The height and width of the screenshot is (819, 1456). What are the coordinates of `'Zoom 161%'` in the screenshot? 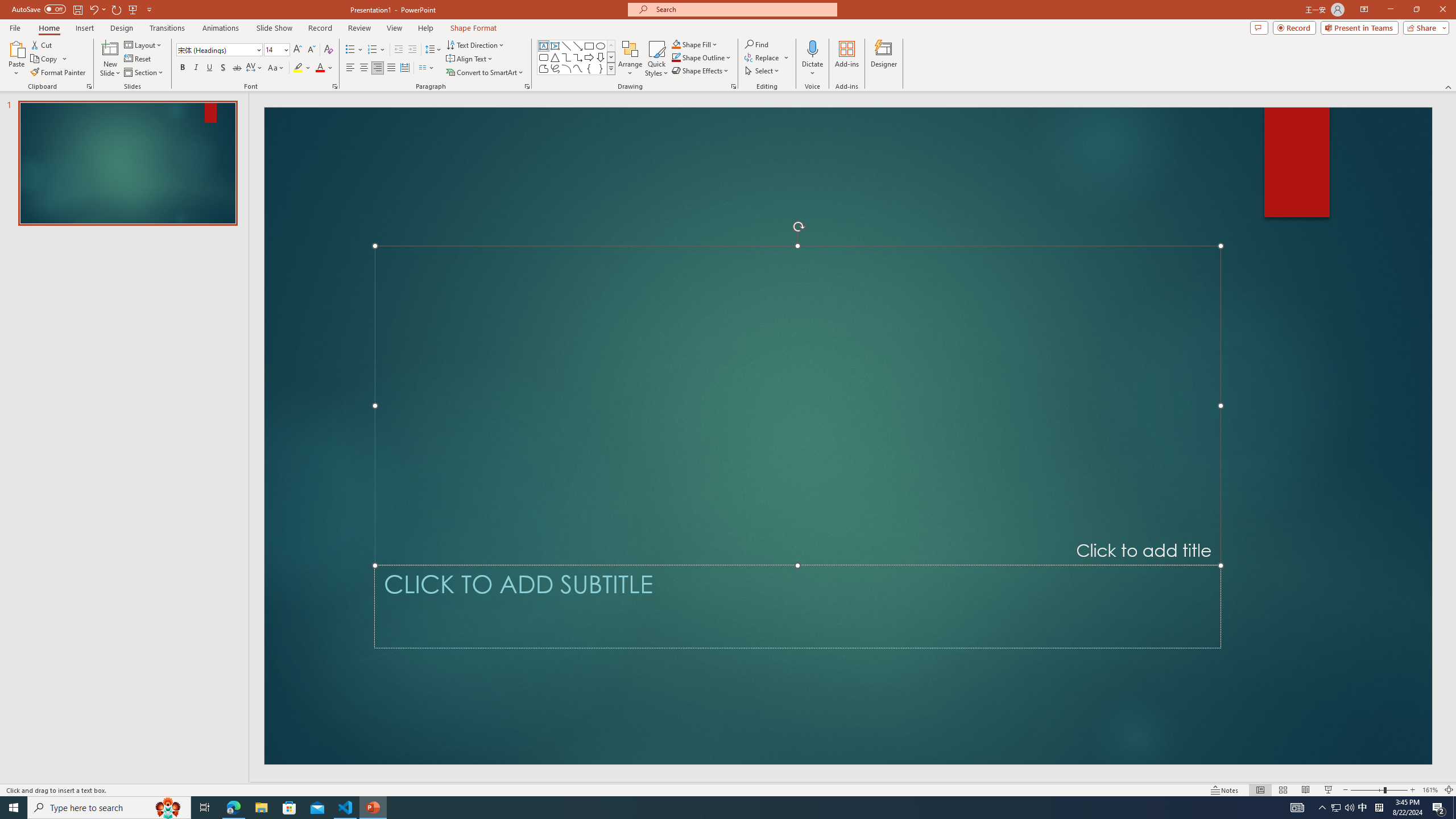 It's located at (1430, 790).